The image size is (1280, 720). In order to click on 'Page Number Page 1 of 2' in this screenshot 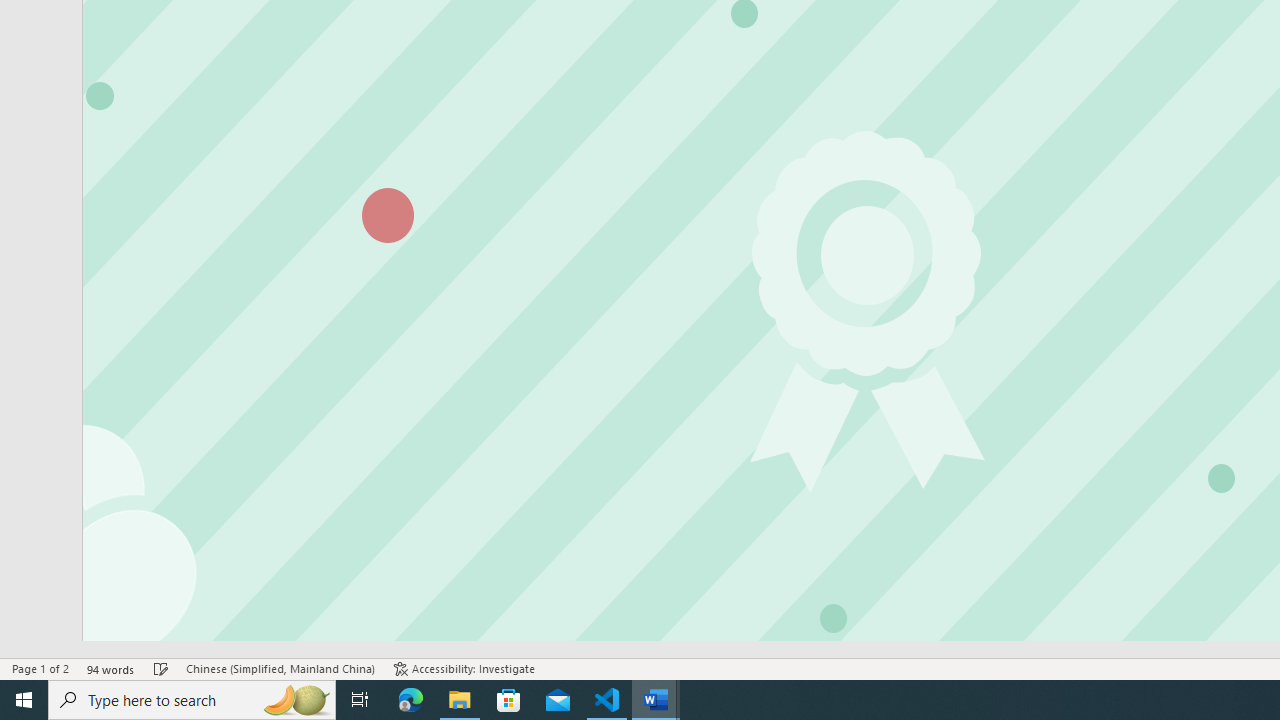, I will do `click(40, 669)`.